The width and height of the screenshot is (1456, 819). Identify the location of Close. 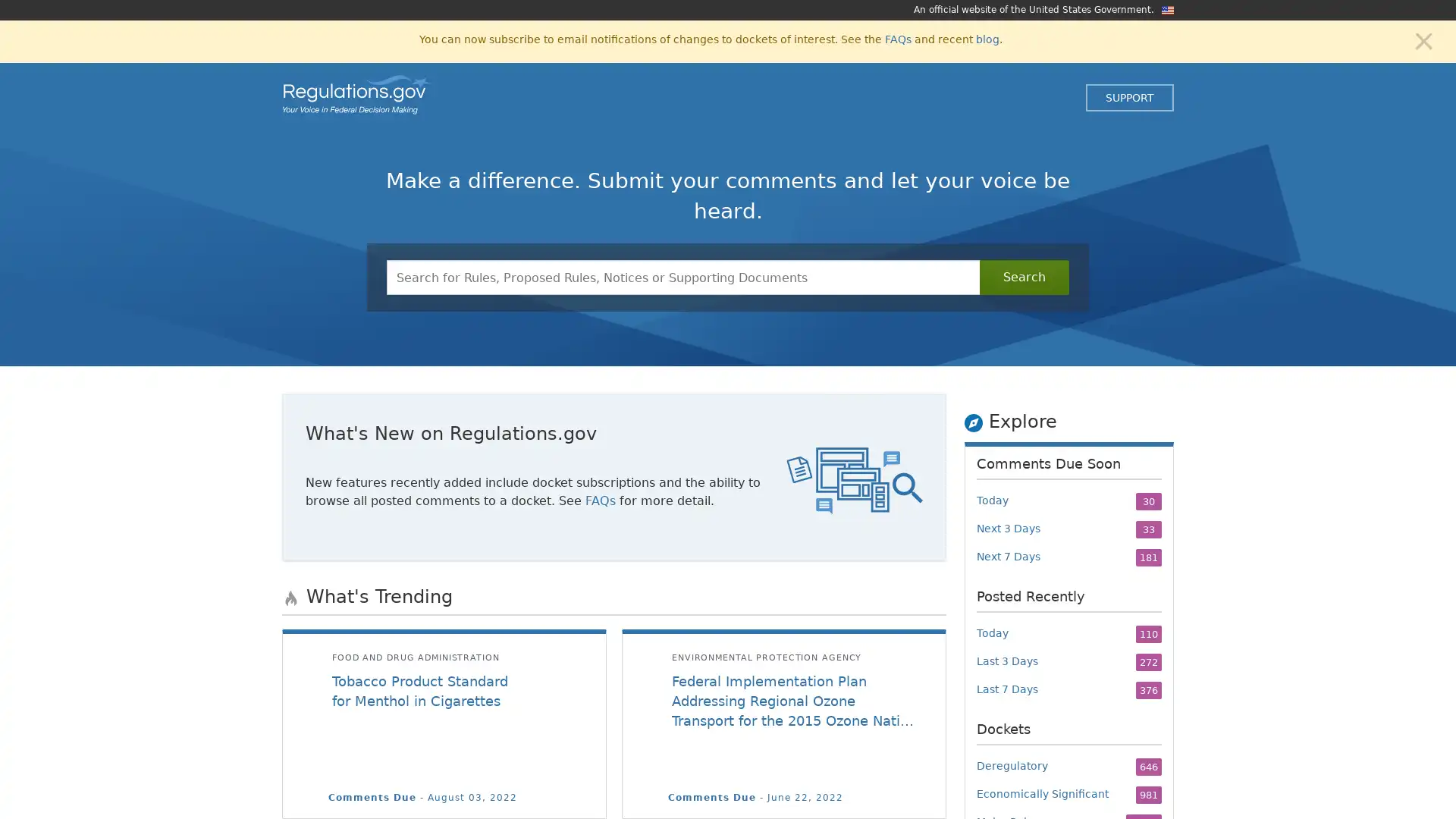
(1423, 39).